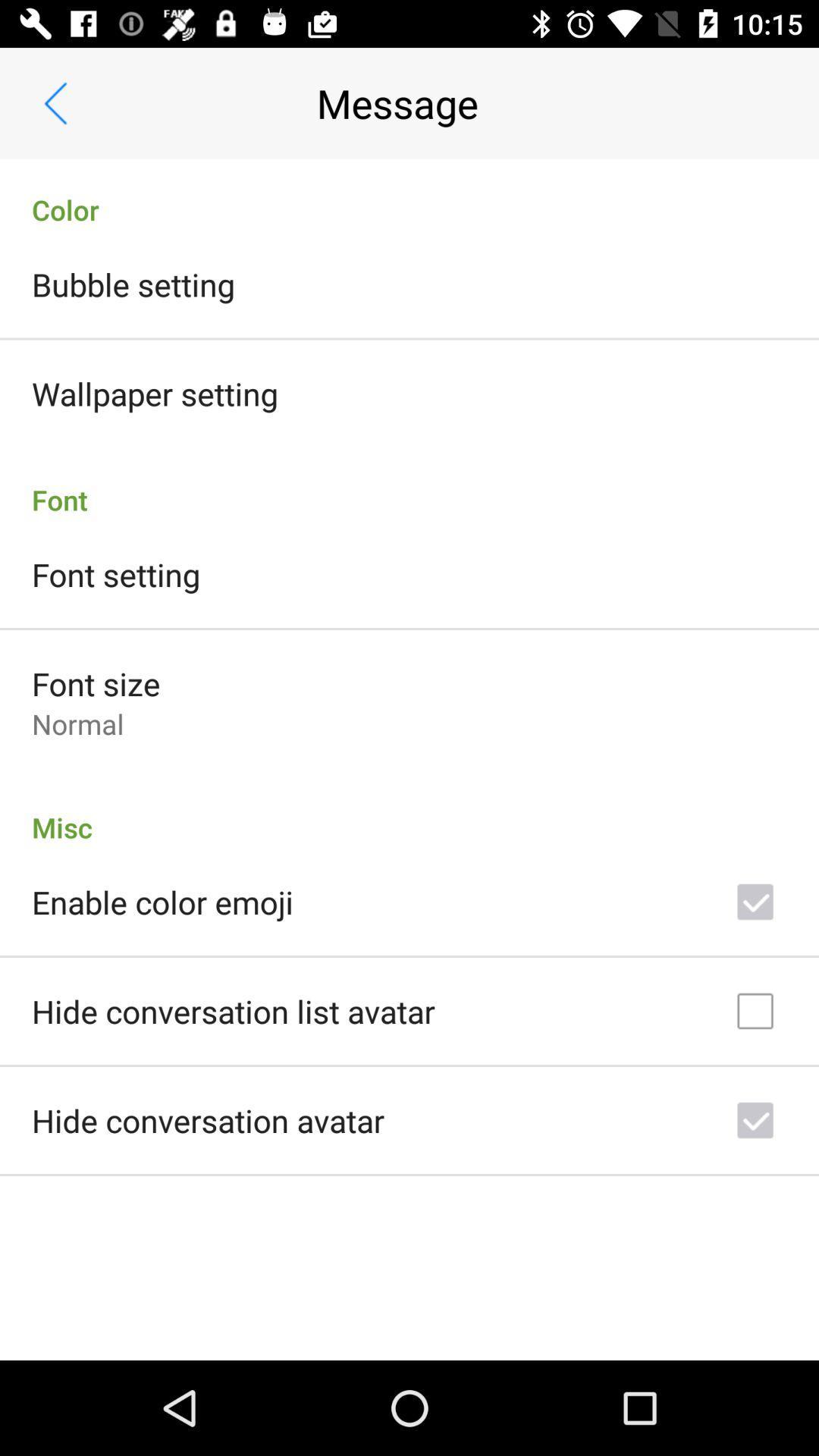  I want to click on the normal icon, so click(77, 723).